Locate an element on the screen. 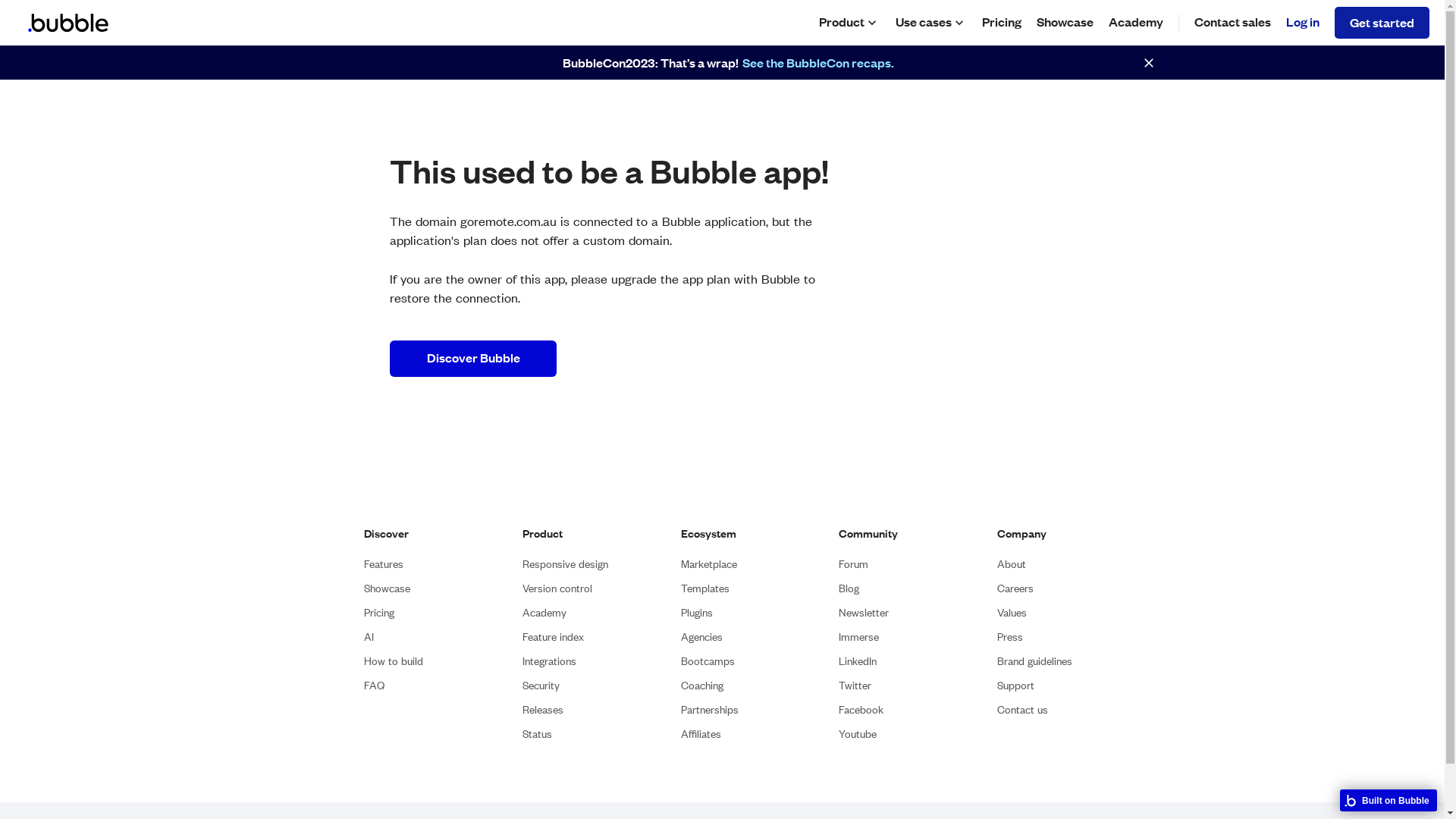 Image resolution: width=1456 pixels, height=819 pixels. 'Pricing' is located at coordinates (364, 611).